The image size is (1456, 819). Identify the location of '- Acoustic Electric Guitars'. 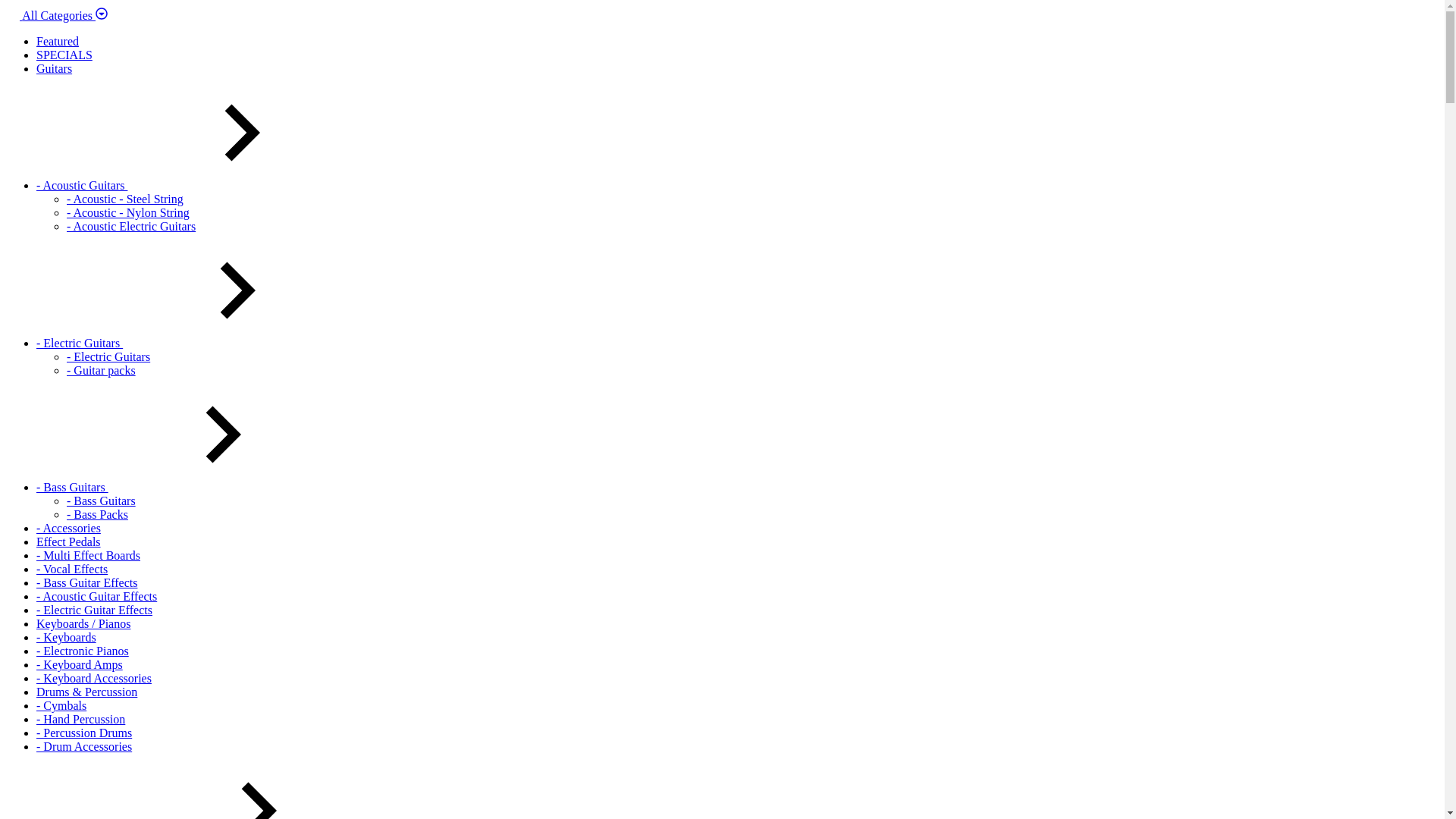
(130, 226).